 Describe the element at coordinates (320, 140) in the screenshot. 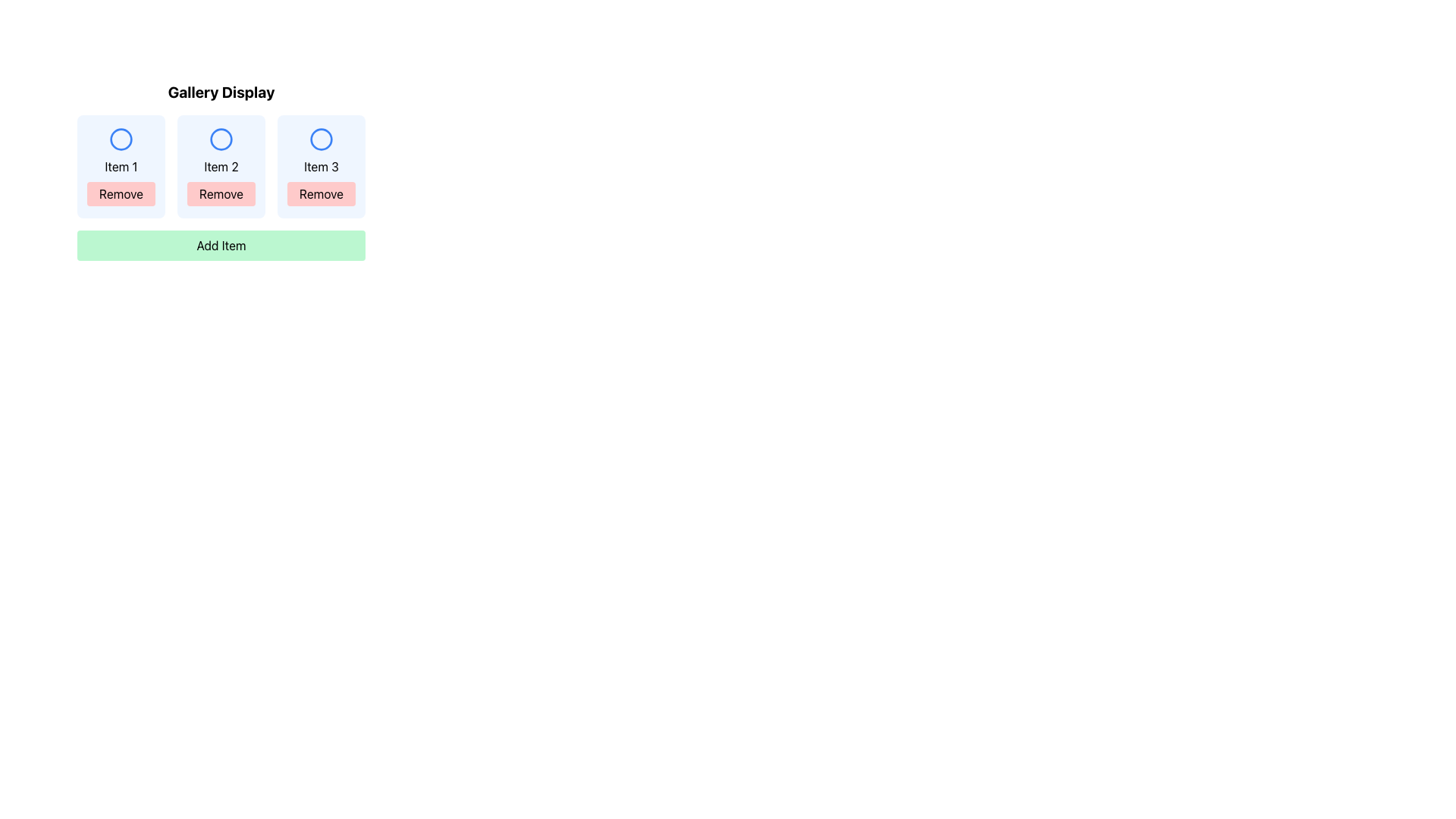

I see `the circular indicator located in the third item of the gallery display, which signifies an active or selected state` at that location.